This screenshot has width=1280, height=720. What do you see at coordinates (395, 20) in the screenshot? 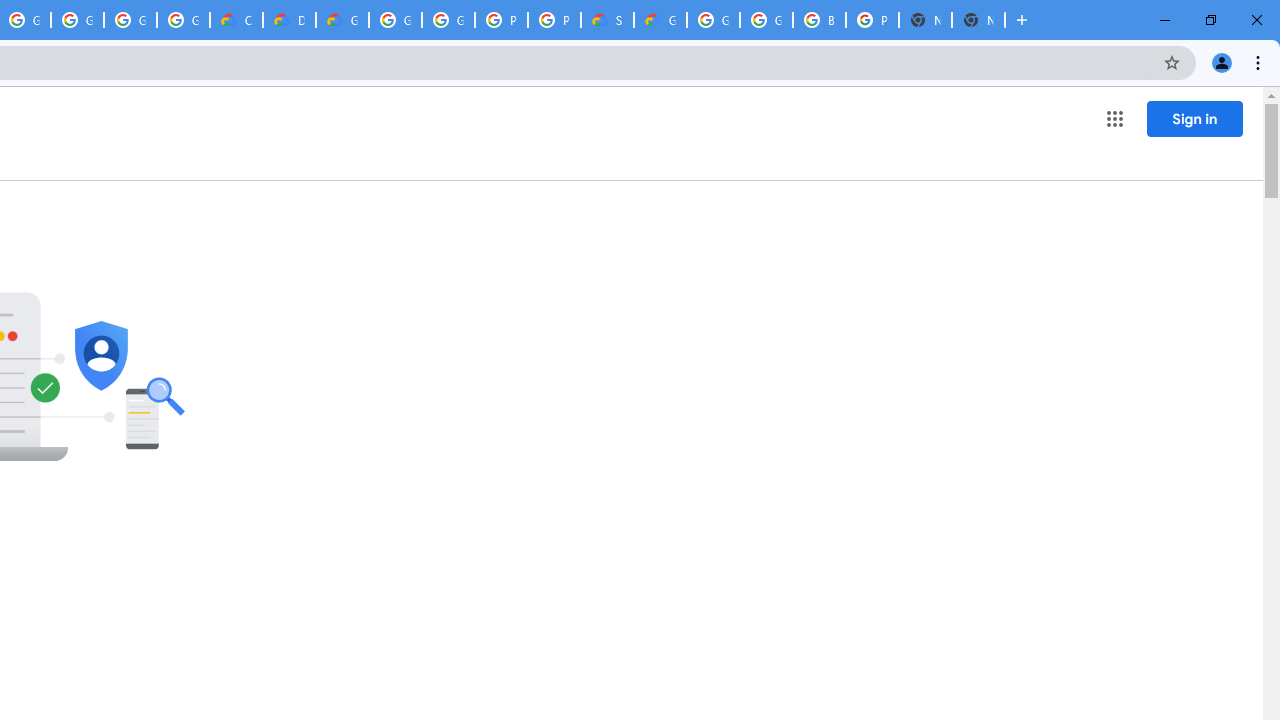
I see `'Google Cloud Platform'` at bounding box center [395, 20].